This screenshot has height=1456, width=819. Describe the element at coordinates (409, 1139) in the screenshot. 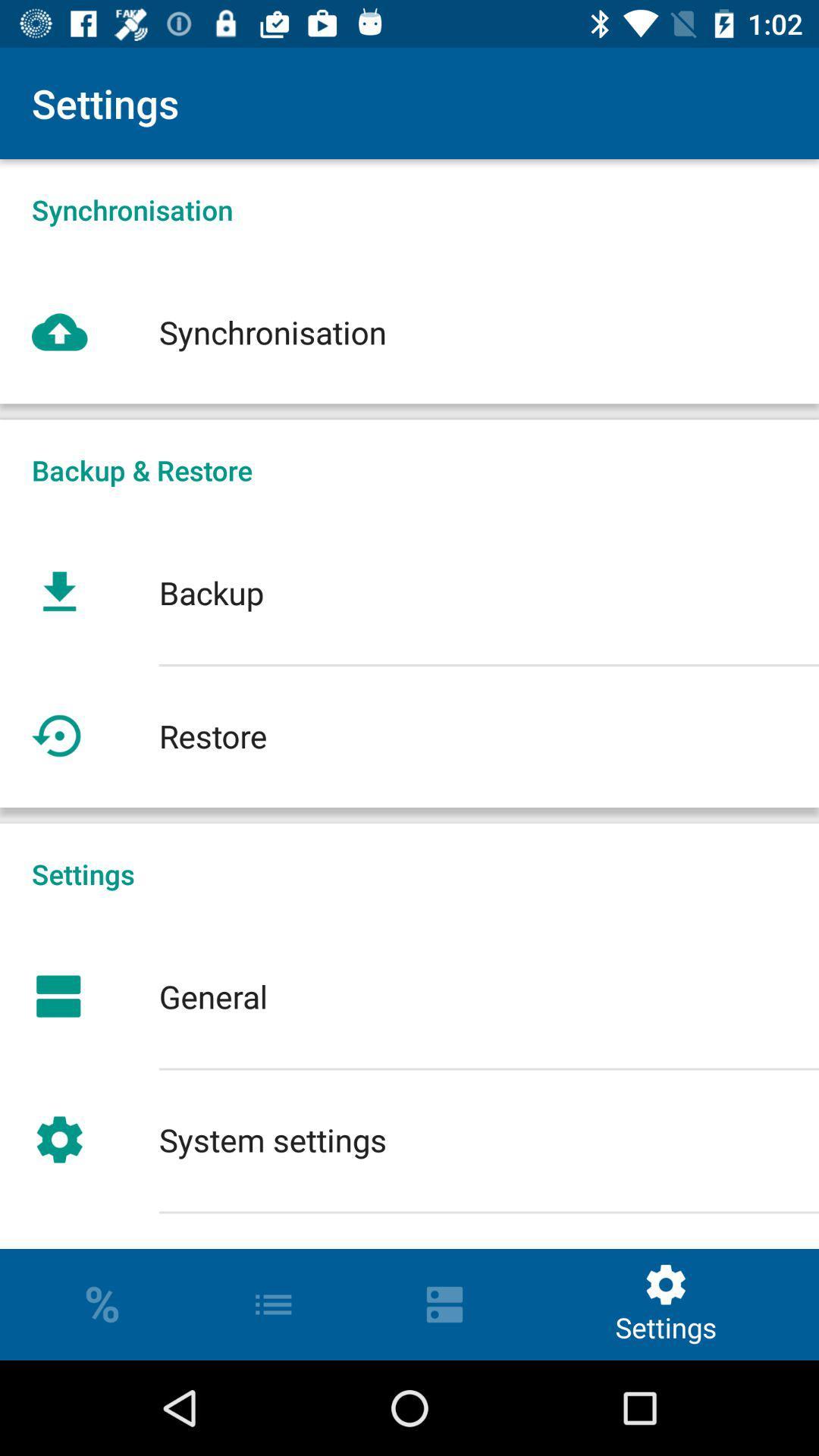

I see `the system settings icon` at that location.